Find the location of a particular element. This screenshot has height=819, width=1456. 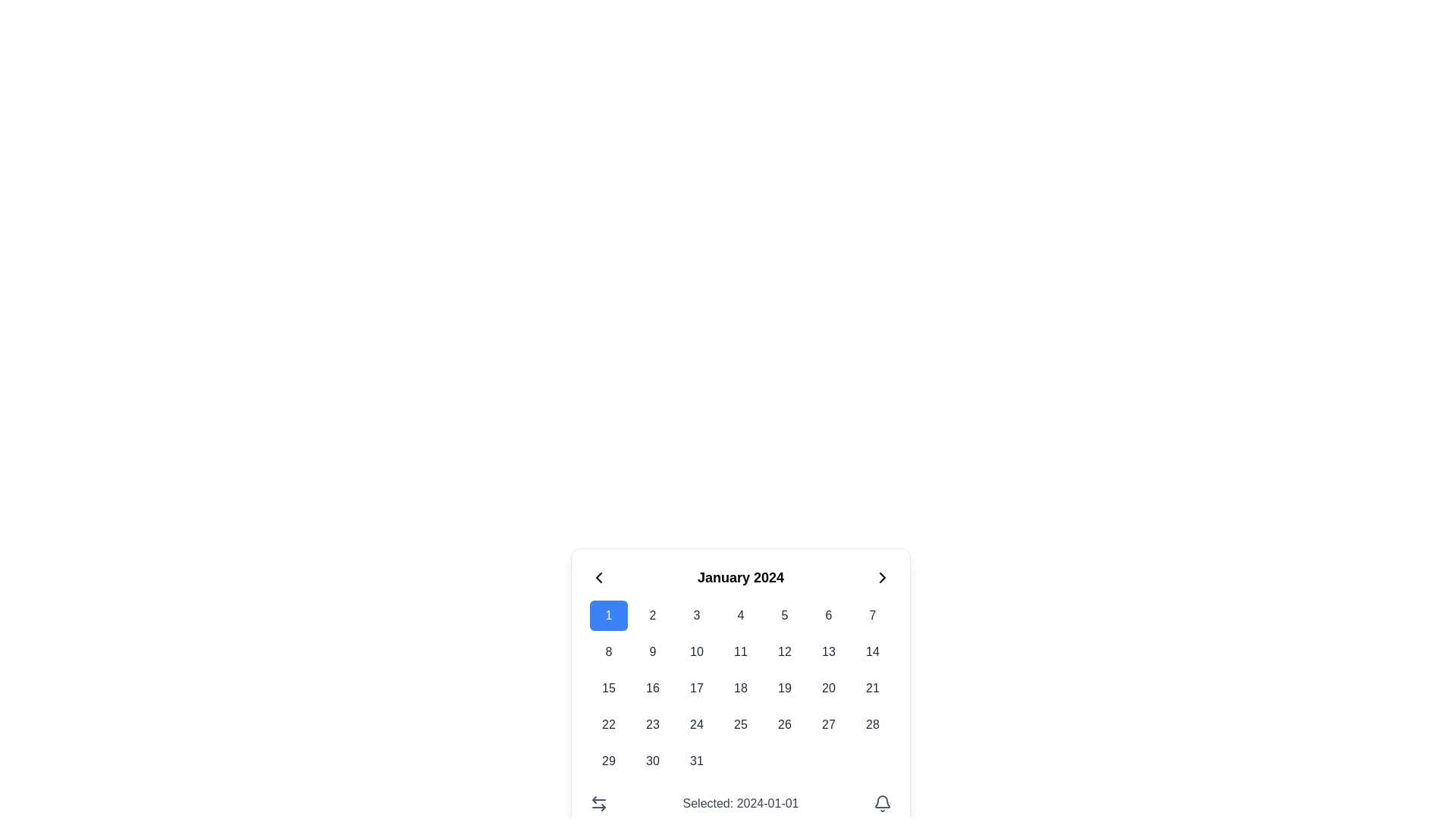

the blue button displaying '1' in the top-left corner of the calendar grid is located at coordinates (608, 616).